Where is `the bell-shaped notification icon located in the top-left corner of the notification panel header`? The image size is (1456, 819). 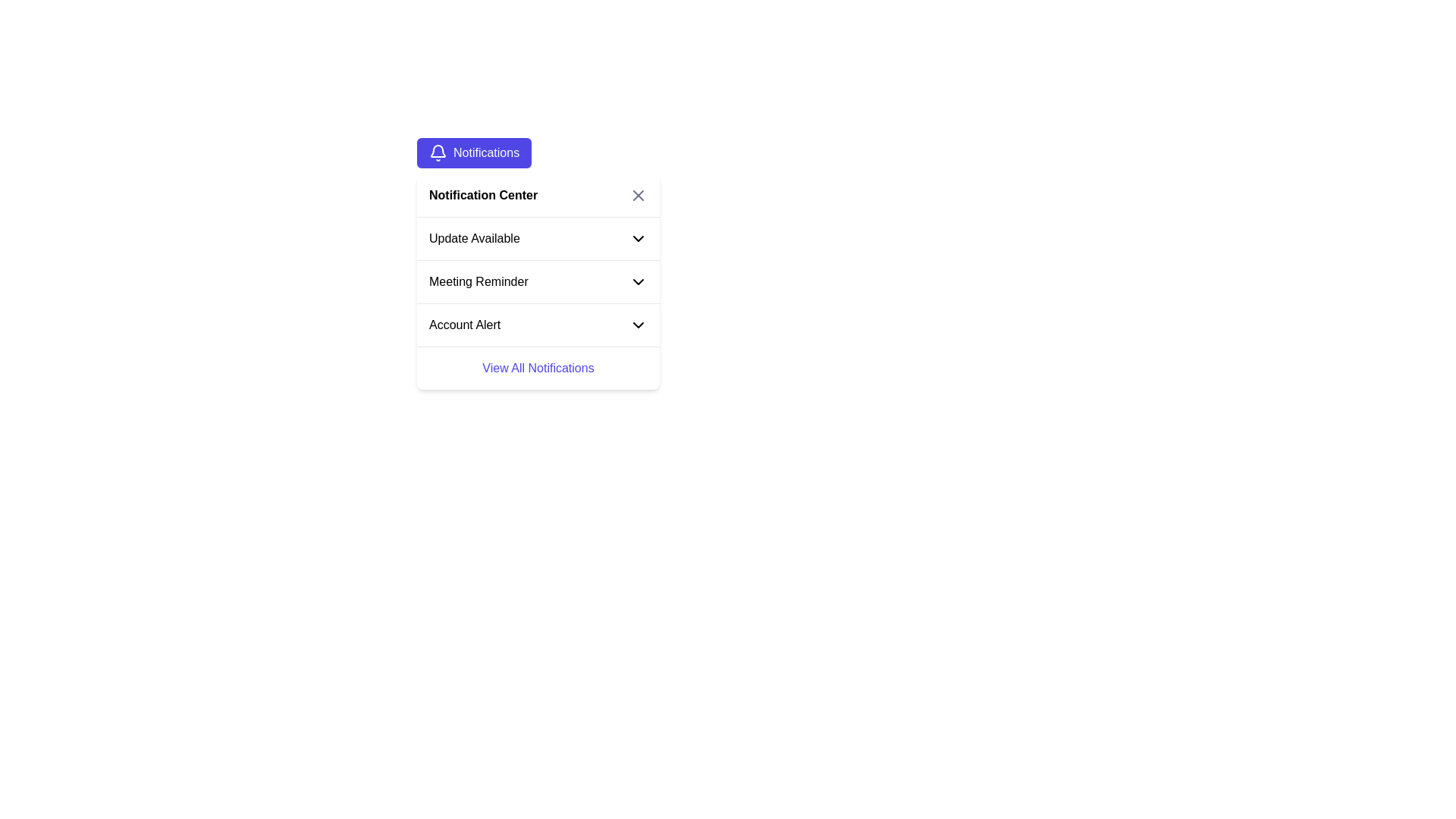 the bell-shaped notification icon located in the top-left corner of the notification panel header is located at coordinates (437, 151).